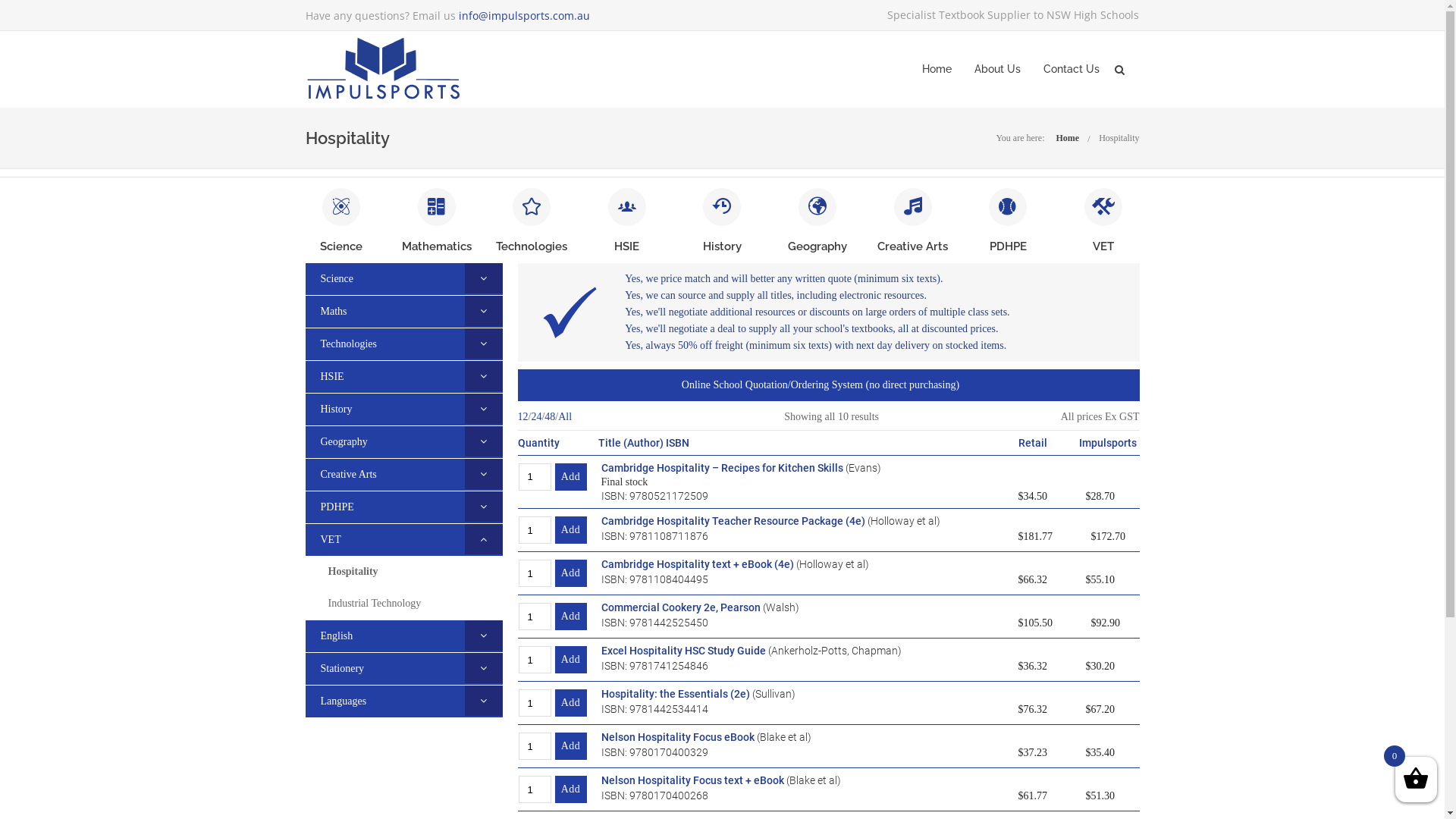 The height and width of the screenshot is (819, 1456). I want to click on 'All', so click(563, 417).